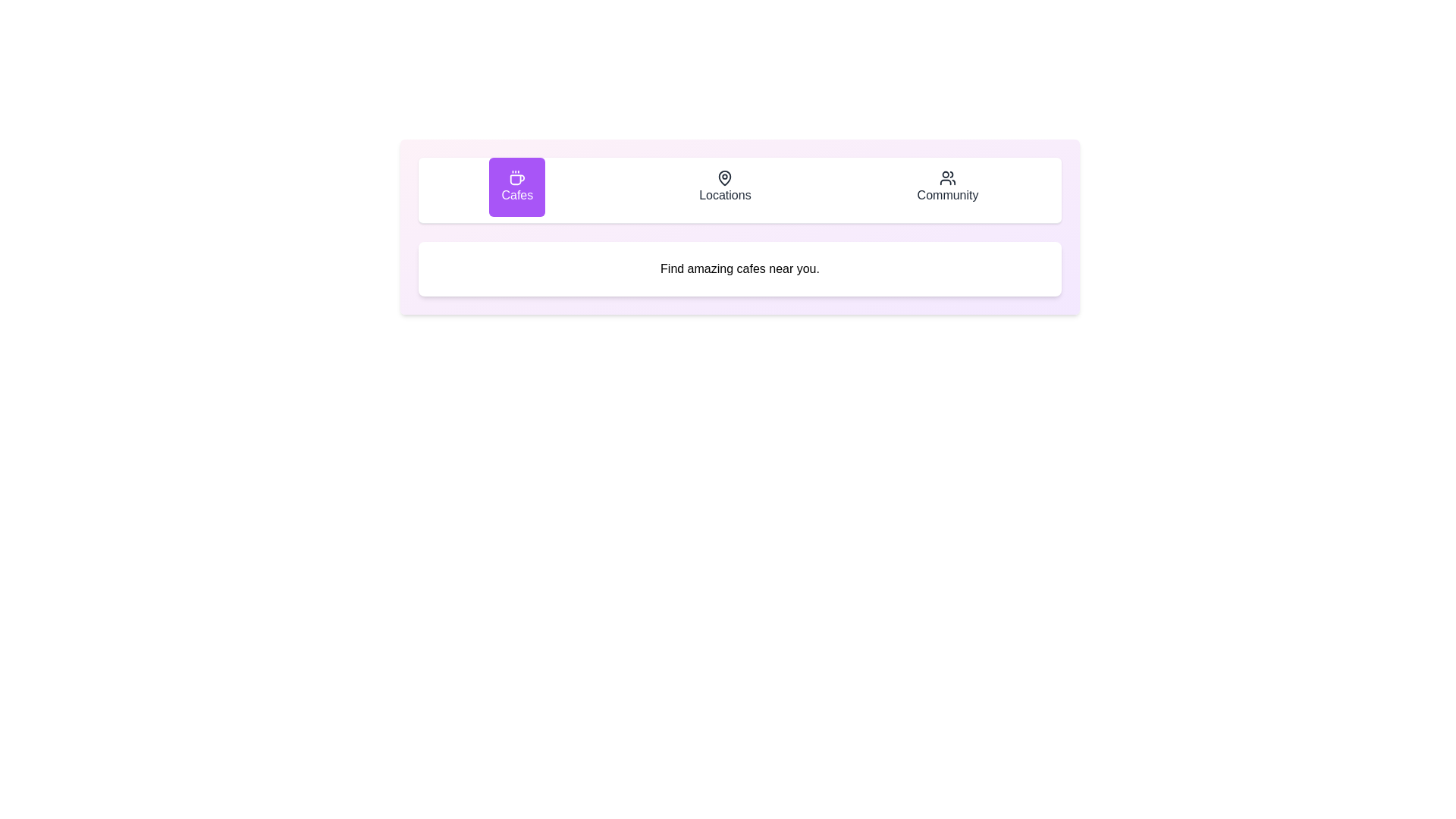 The width and height of the screenshot is (1456, 819). What do you see at coordinates (517, 177) in the screenshot?
I see `the 'Cafes' category icon, which is the first tile in a horizontal selection bar with a purple background` at bounding box center [517, 177].